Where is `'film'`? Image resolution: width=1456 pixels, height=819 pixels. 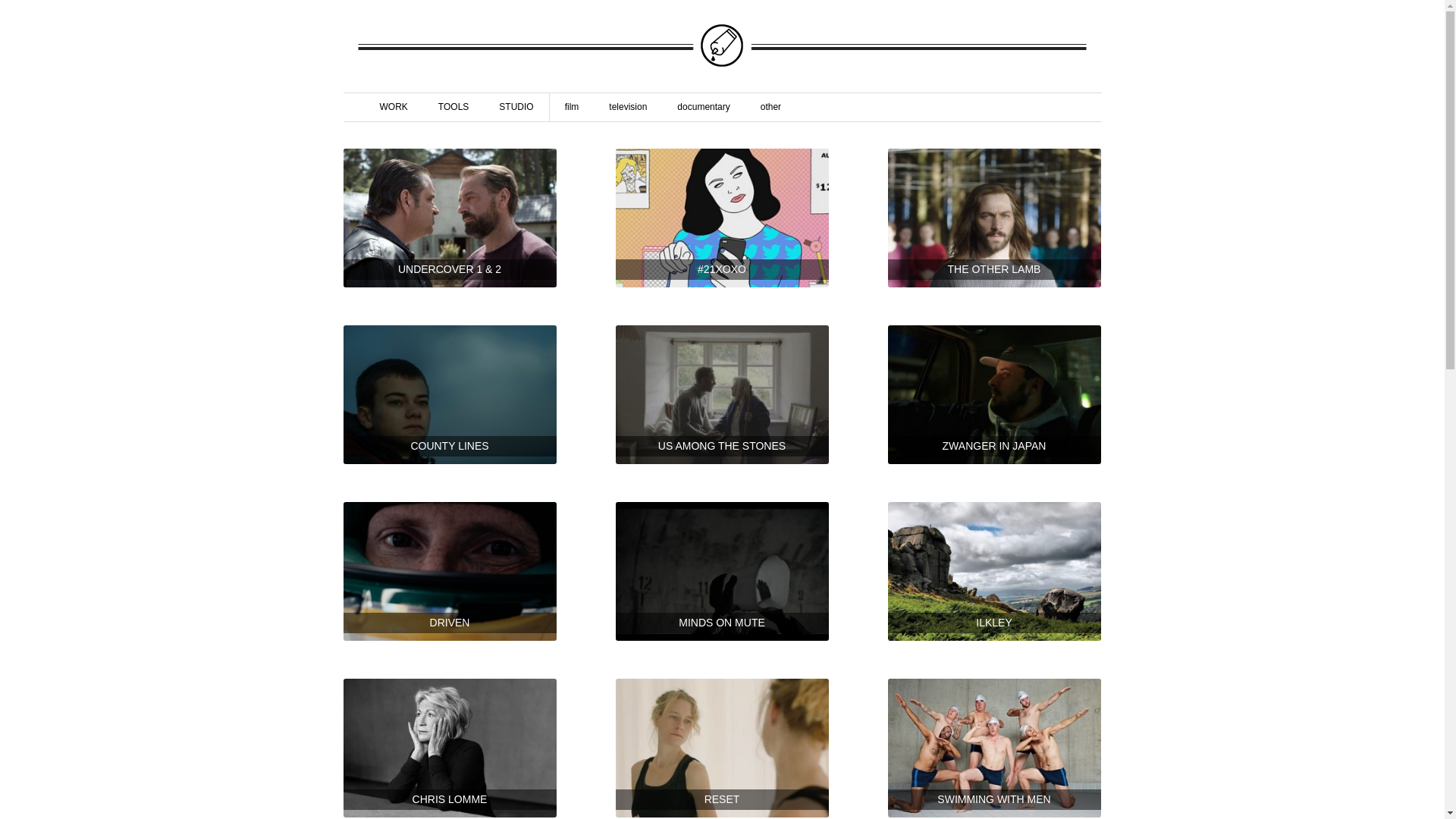
'film' is located at coordinates (571, 106).